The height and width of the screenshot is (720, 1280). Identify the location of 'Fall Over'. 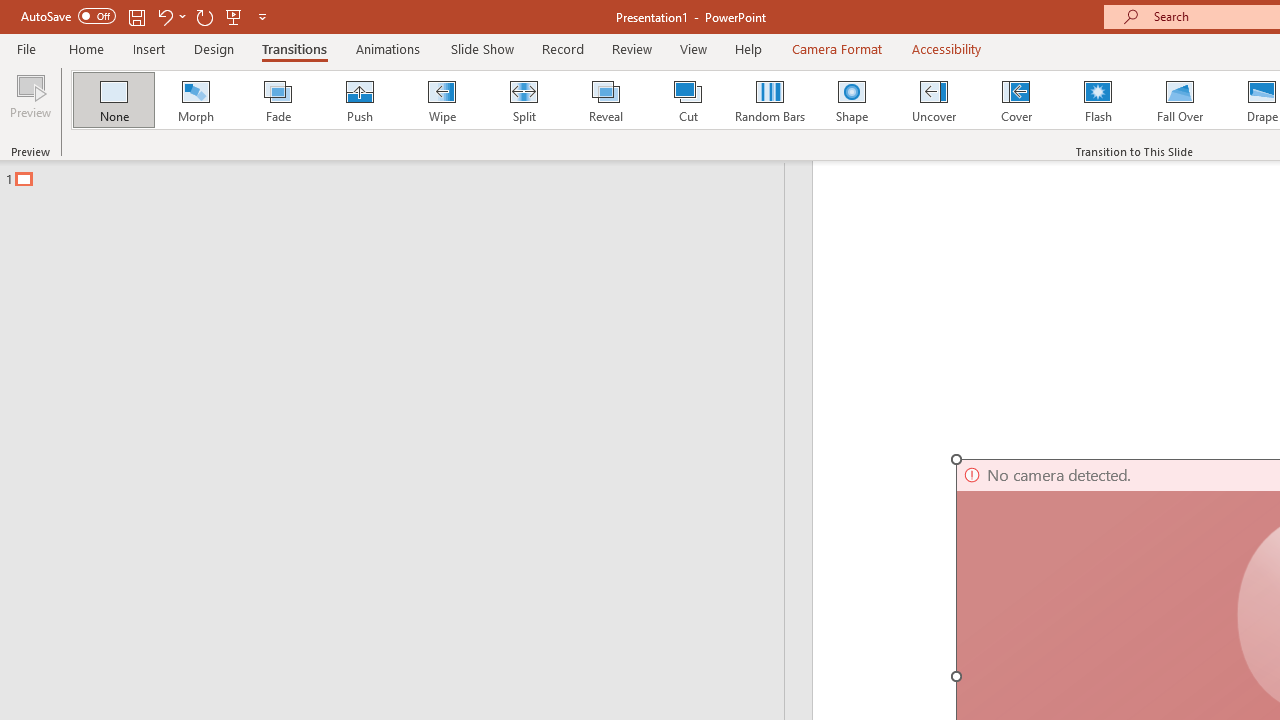
(1180, 100).